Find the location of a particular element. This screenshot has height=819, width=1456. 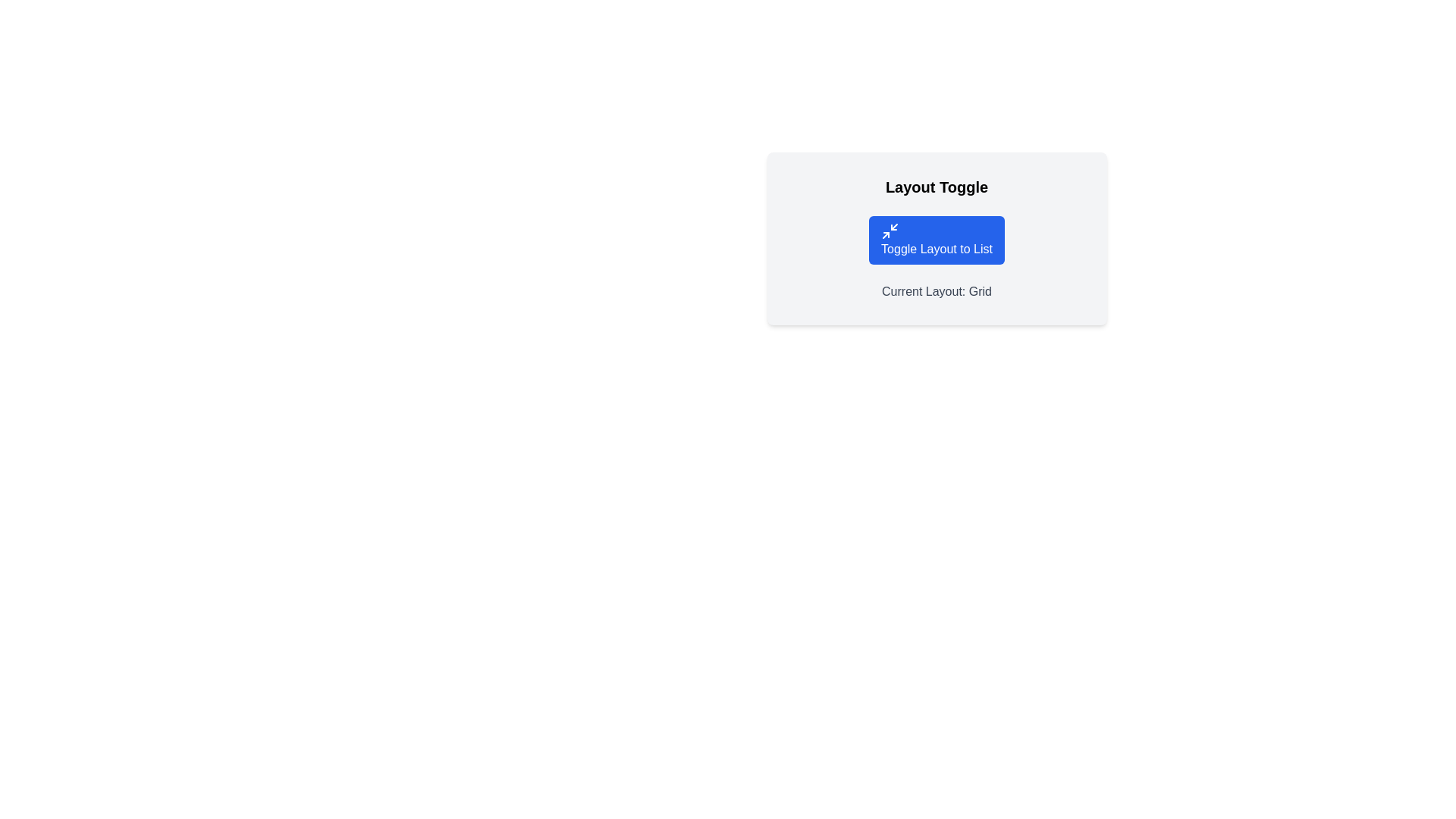

button to toggle the layout is located at coordinates (936, 239).